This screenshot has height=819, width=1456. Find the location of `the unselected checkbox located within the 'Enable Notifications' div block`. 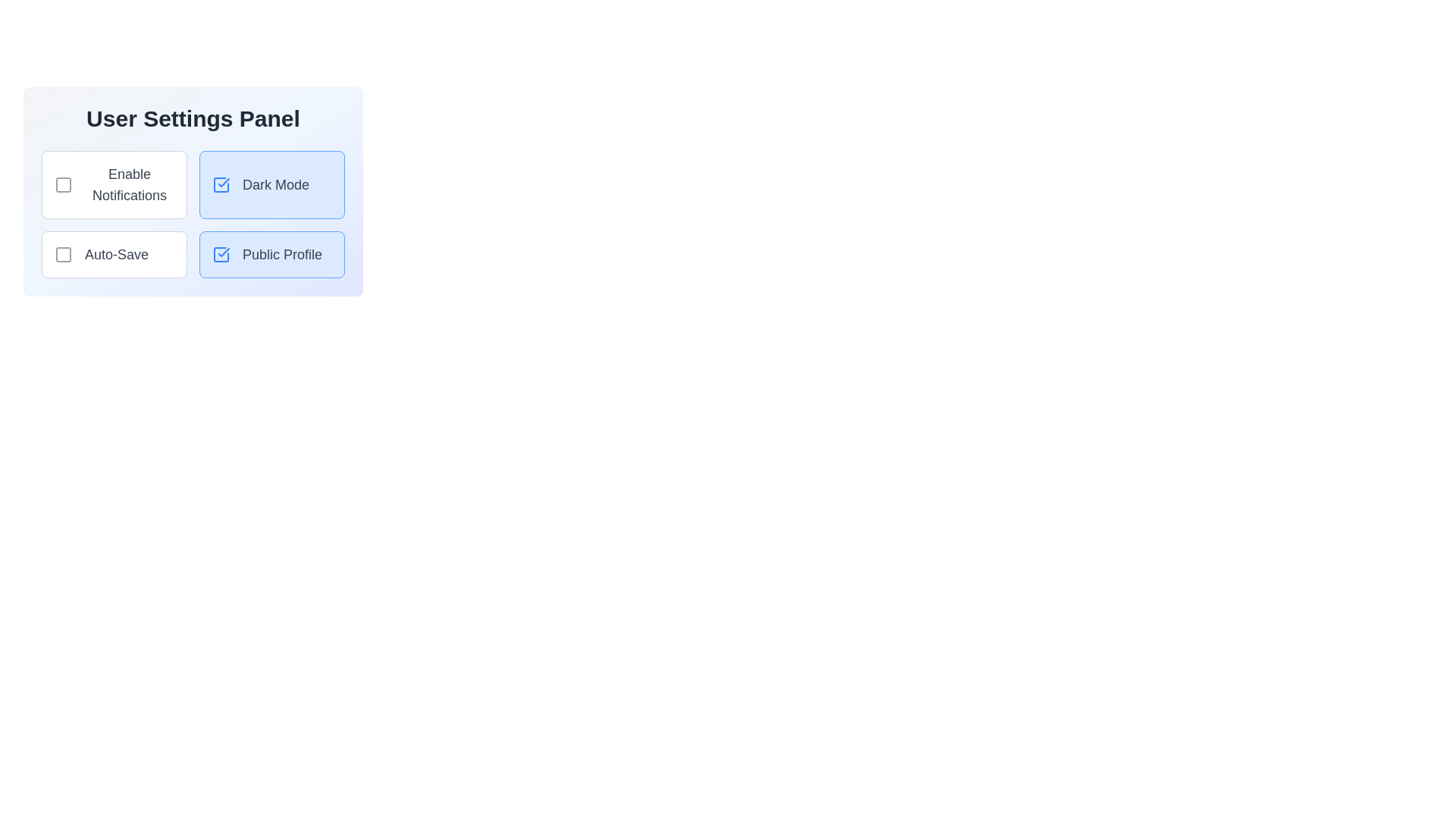

the unselected checkbox located within the 'Enable Notifications' div block is located at coordinates (62, 184).